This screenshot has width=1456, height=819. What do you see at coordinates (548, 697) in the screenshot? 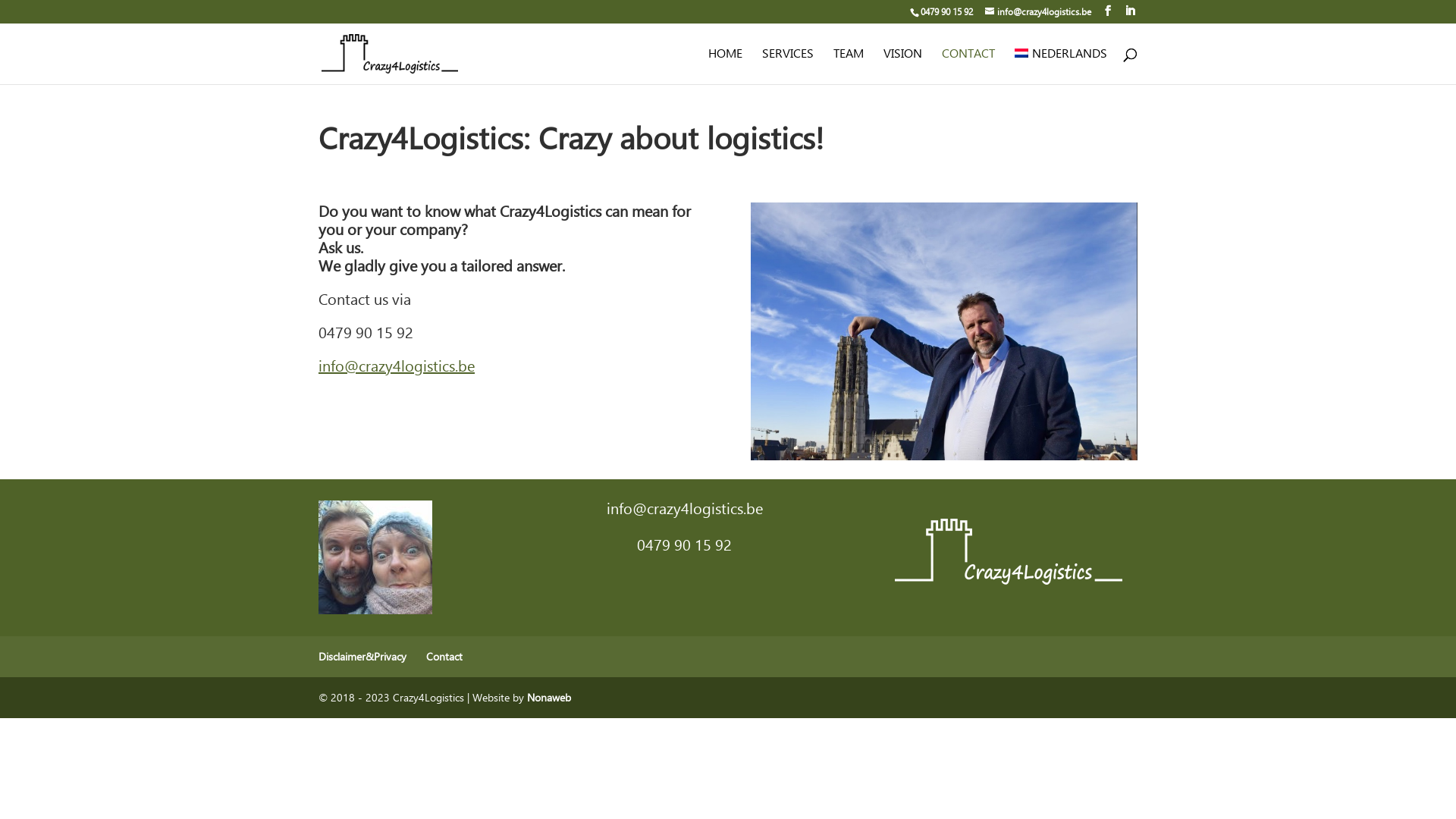
I see `'Nonaweb'` at bounding box center [548, 697].